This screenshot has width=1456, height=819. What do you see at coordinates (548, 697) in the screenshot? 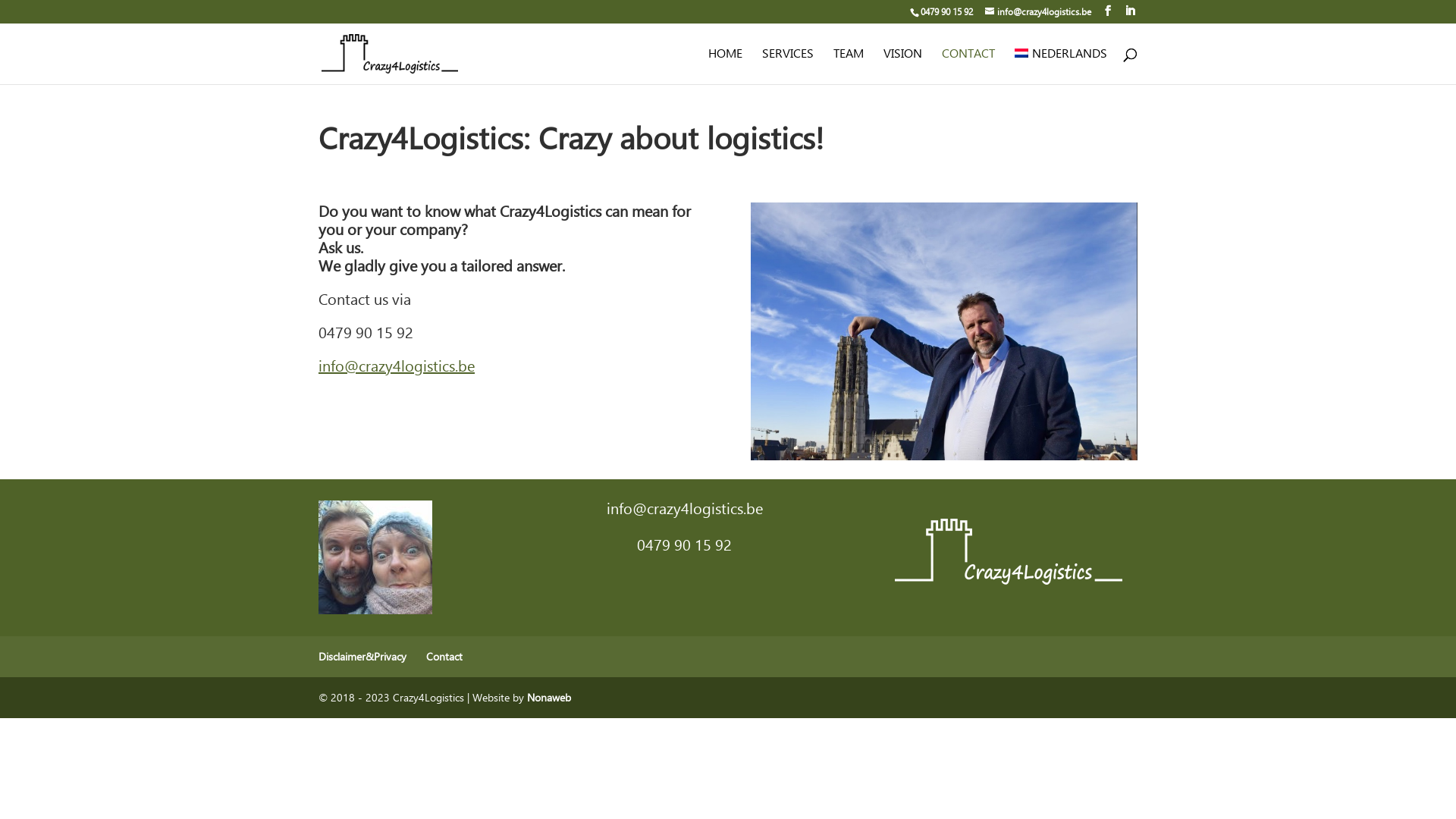
I see `'Nonaweb'` at bounding box center [548, 697].